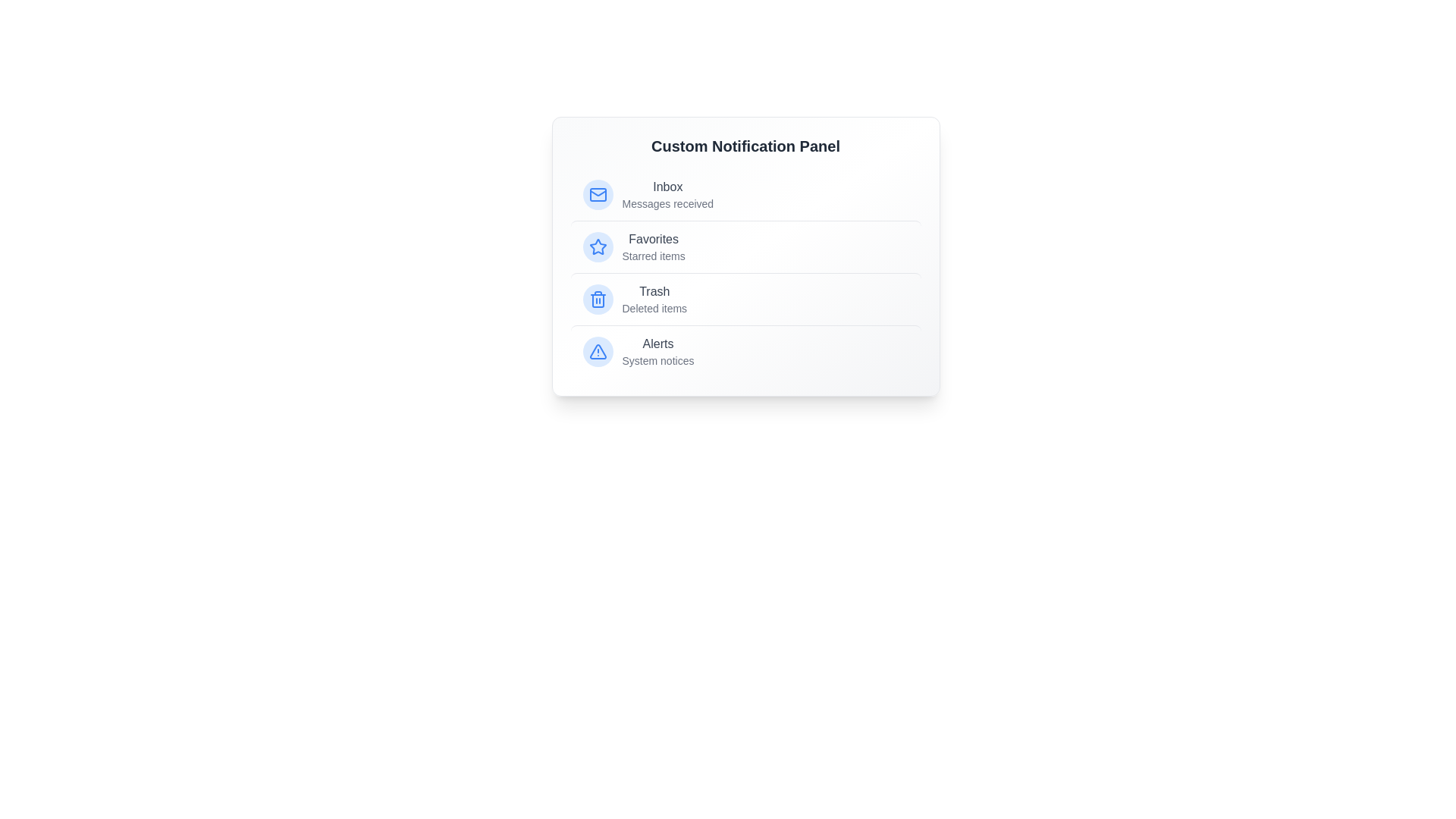 The image size is (1456, 819). What do you see at coordinates (597, 351) in the screenshot?
I see `the icon associated with the list item Alerts` at bounding box center [597, 351].